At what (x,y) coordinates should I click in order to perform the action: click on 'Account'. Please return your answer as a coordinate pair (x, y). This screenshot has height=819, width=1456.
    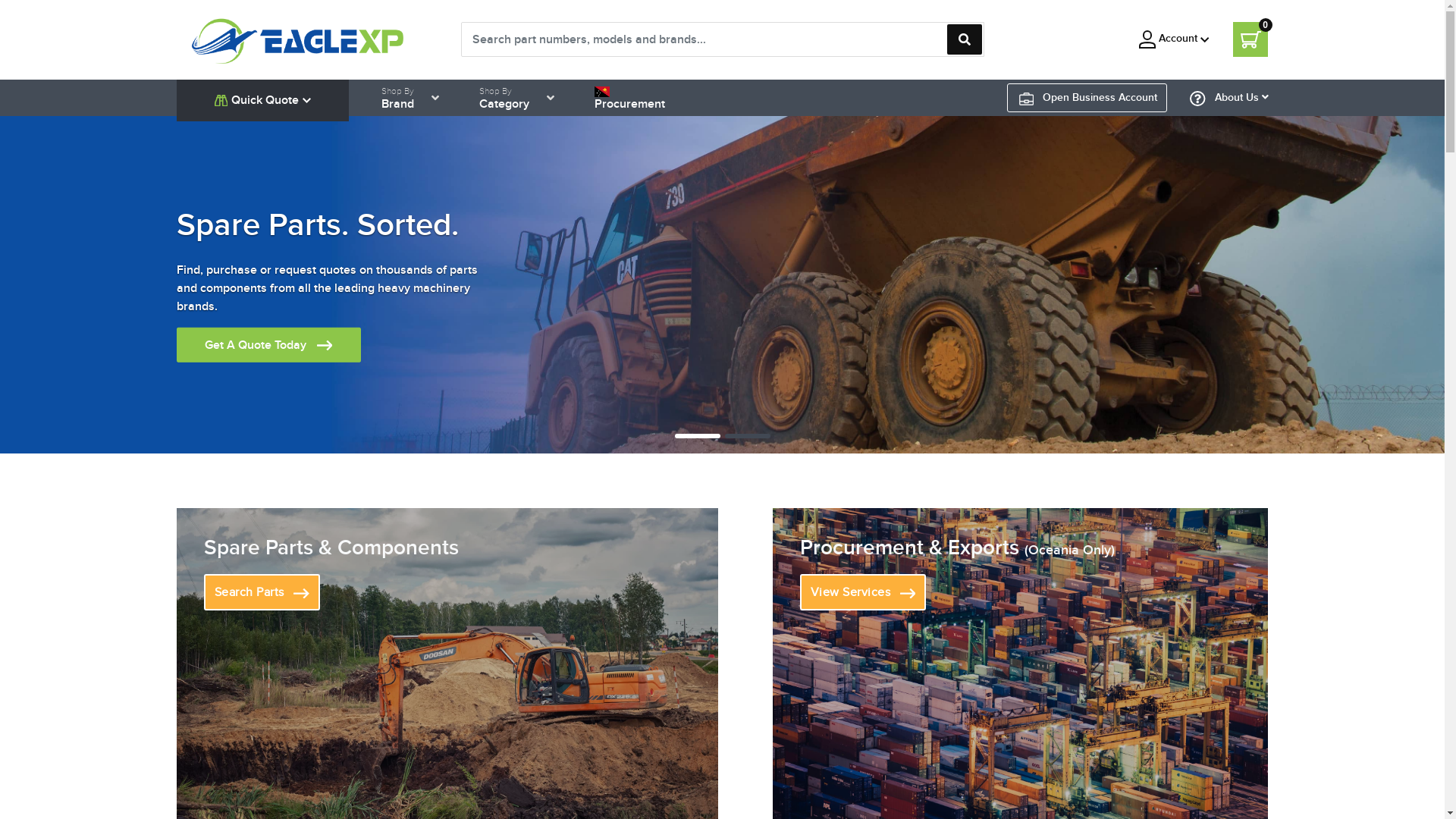
    Looking at the image, I should click on (1173, 38).